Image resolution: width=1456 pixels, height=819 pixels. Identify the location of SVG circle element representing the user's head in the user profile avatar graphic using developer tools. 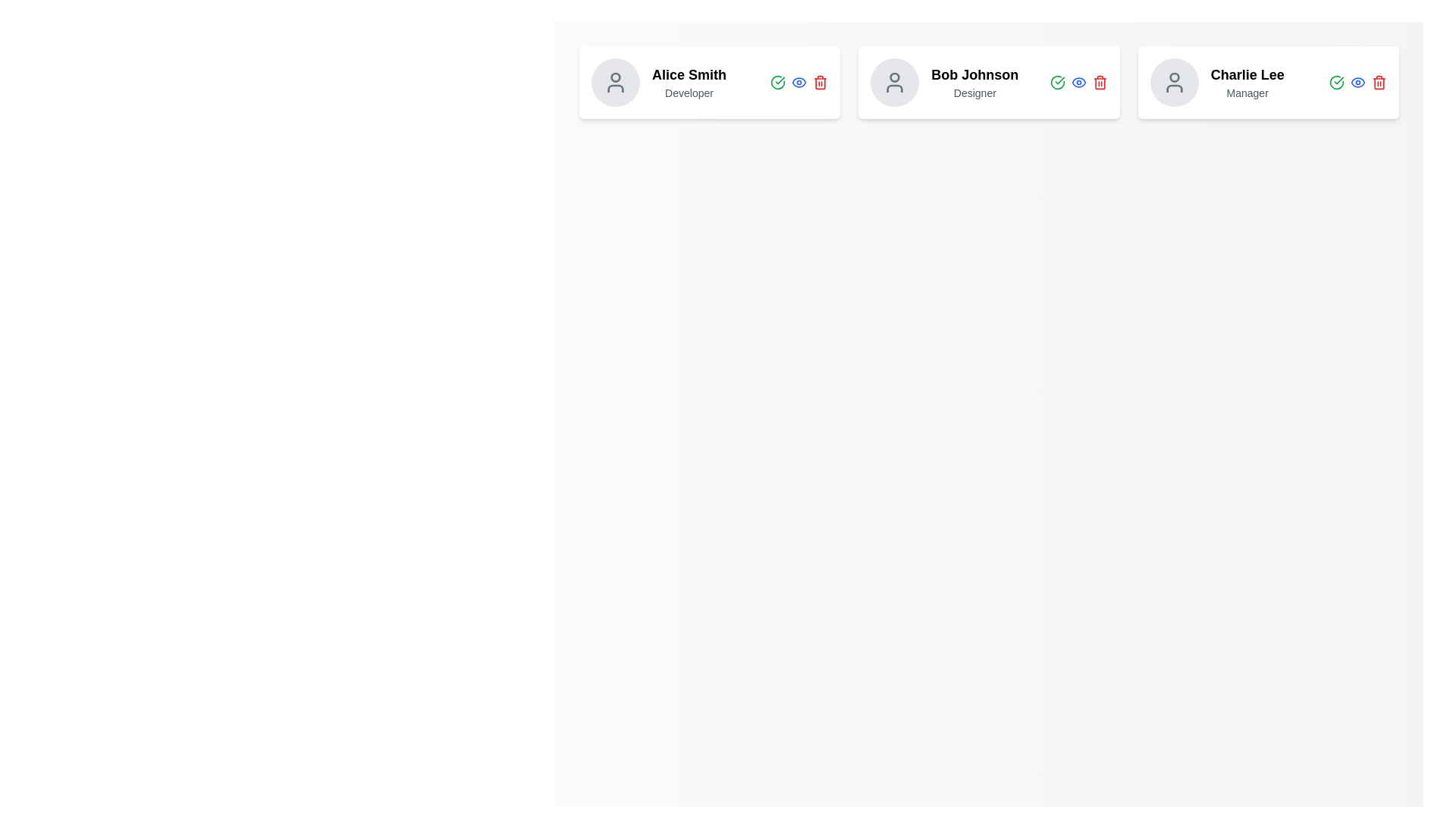
(1173, 77).